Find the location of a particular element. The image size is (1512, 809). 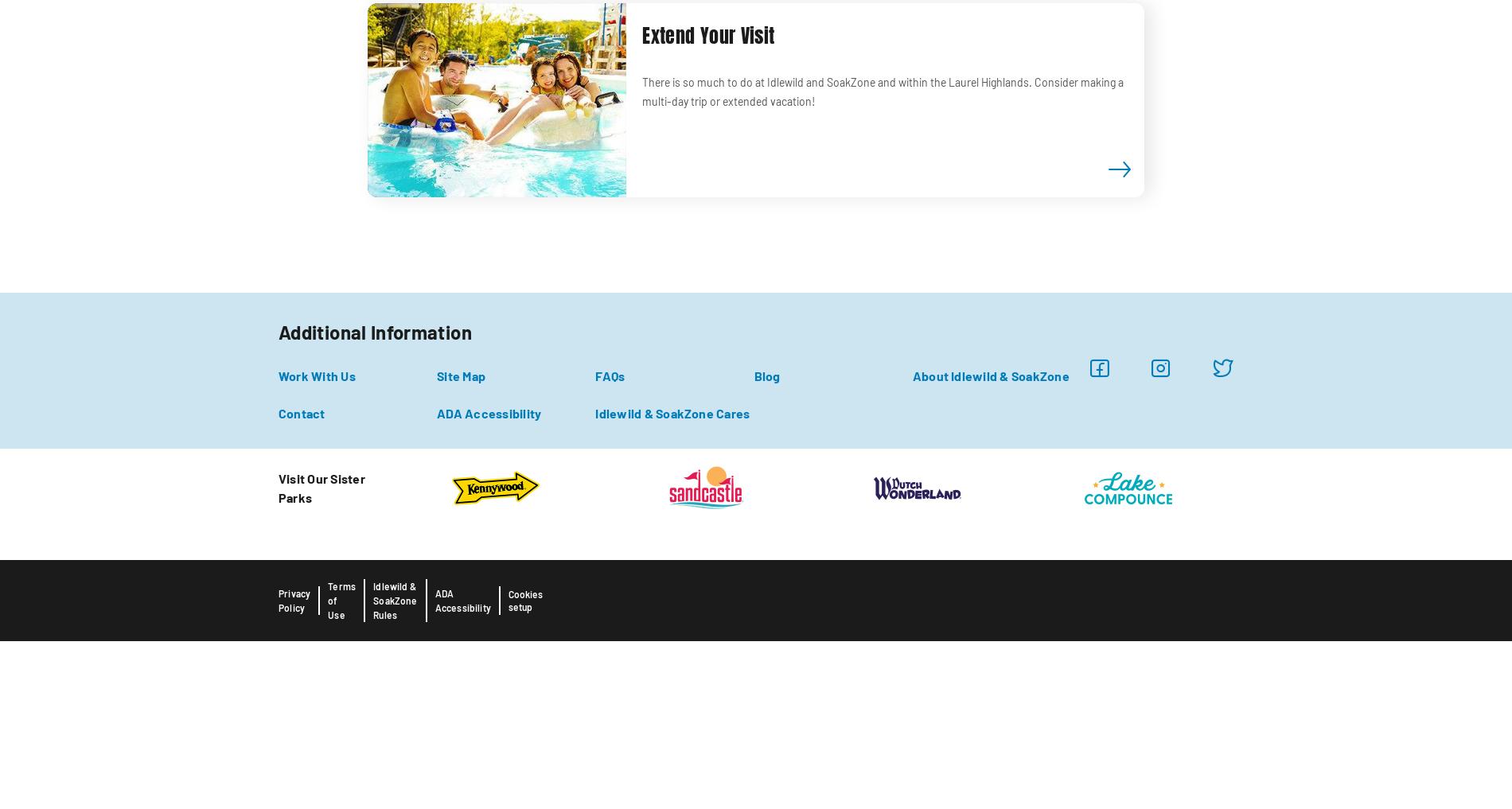

'FAQs' is located at coordinates (609, 374).